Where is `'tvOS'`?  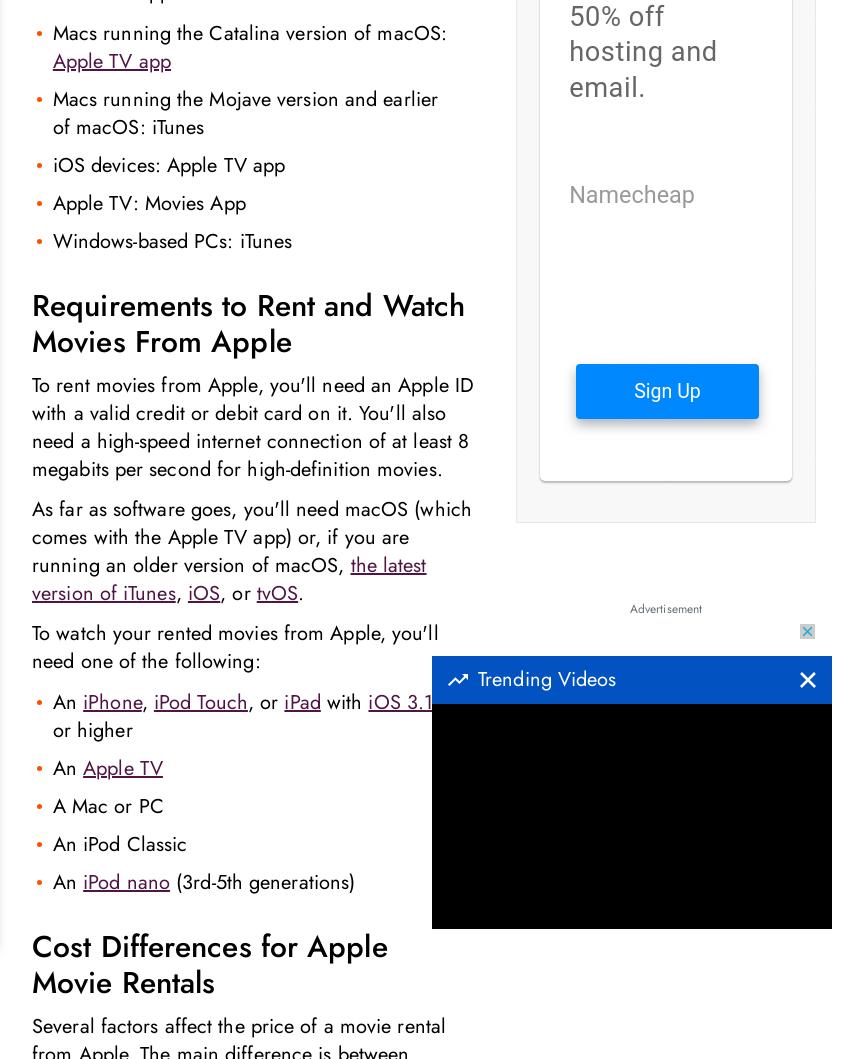 'tvOS' is located at coordinates (255, 592).